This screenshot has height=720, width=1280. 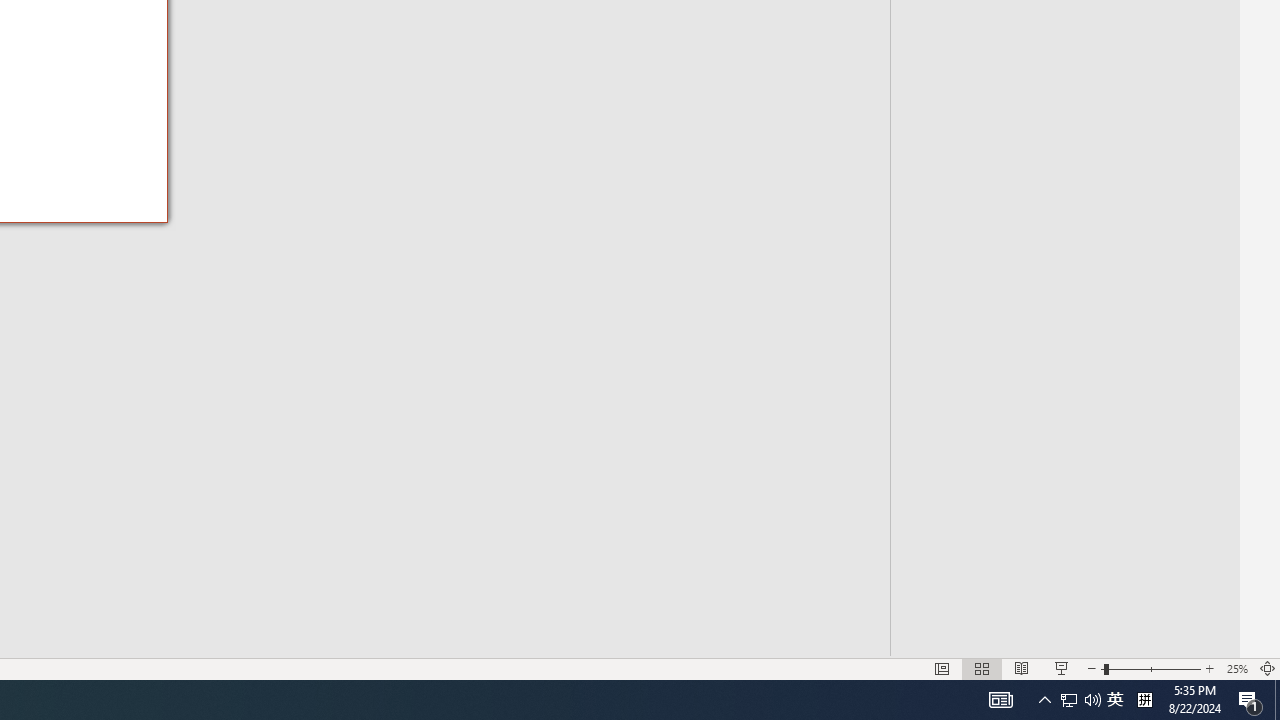 What do you see at coordinates (1250, 698) in the screenshot?
I see `'Action Center, 1 new notification'` at bounding box center [1250, 698].